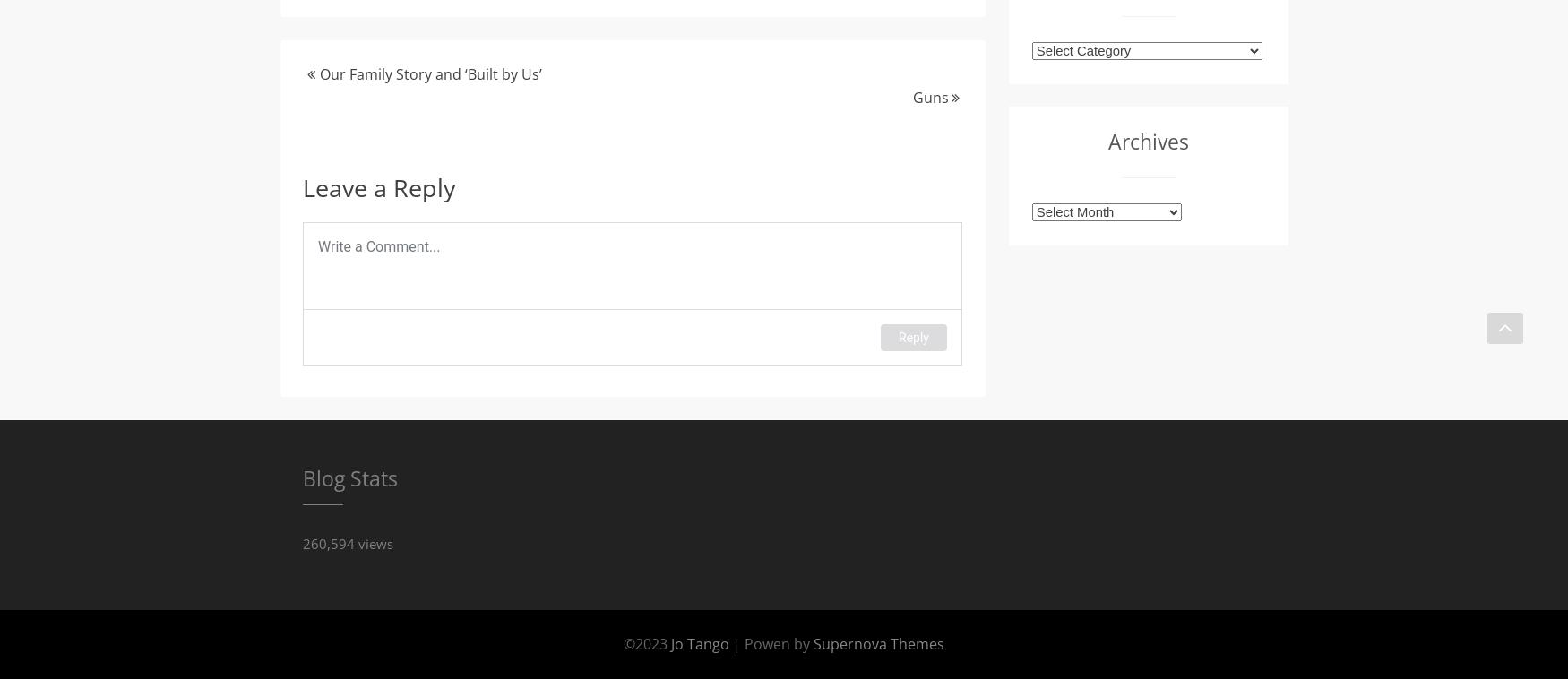 The image size is (1568, 679). Describe the element at coordinates (349, 477) in the screenshot. I see `'Blog Stats'` at that location.